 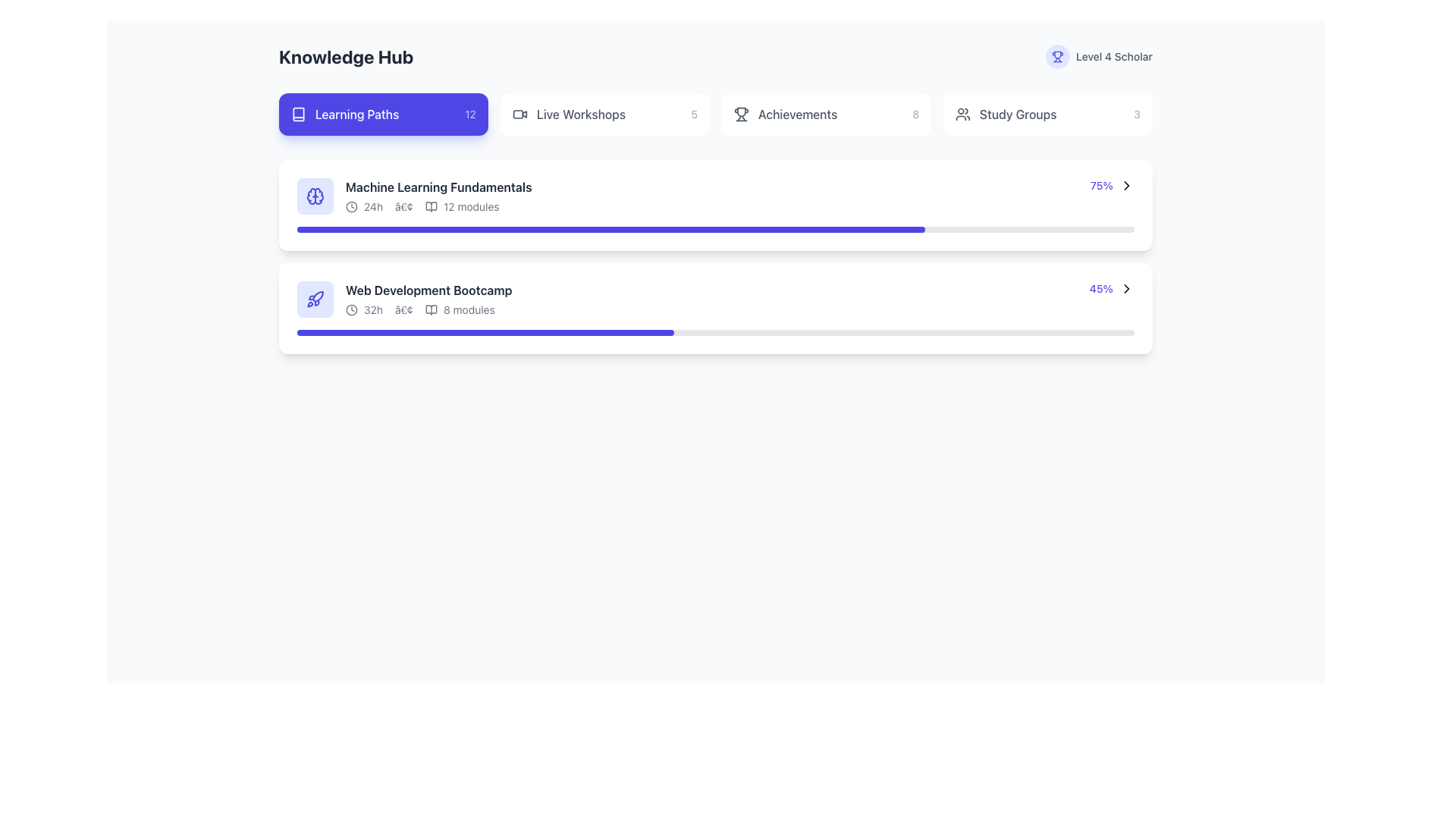 What do you see at coordinates (825, 113) in the screenshot?
I see `the third button labeled 'Achievements' with a trophy icon` at bounding box center [825, 113].